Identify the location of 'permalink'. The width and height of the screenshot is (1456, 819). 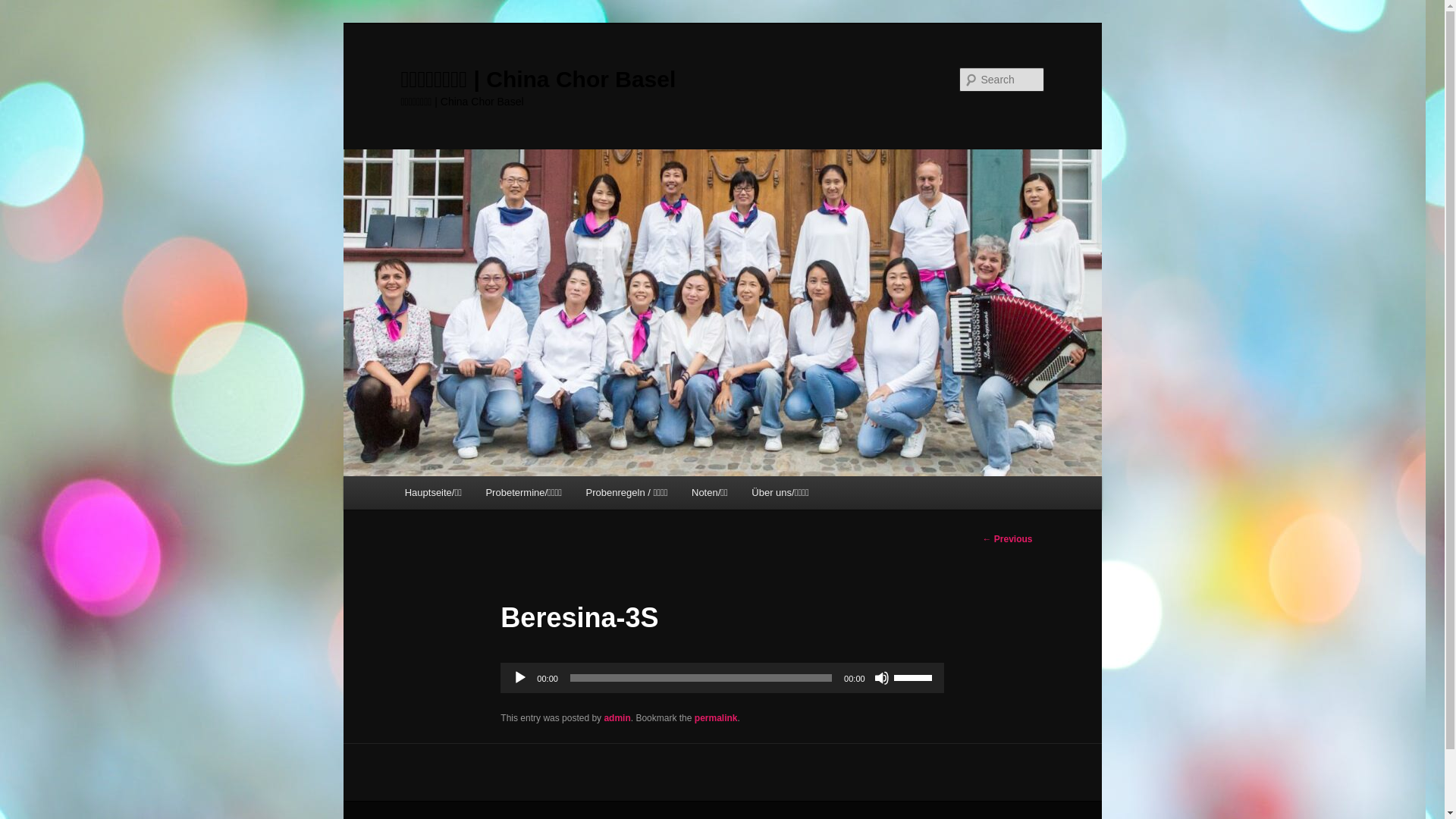
(715, 717).